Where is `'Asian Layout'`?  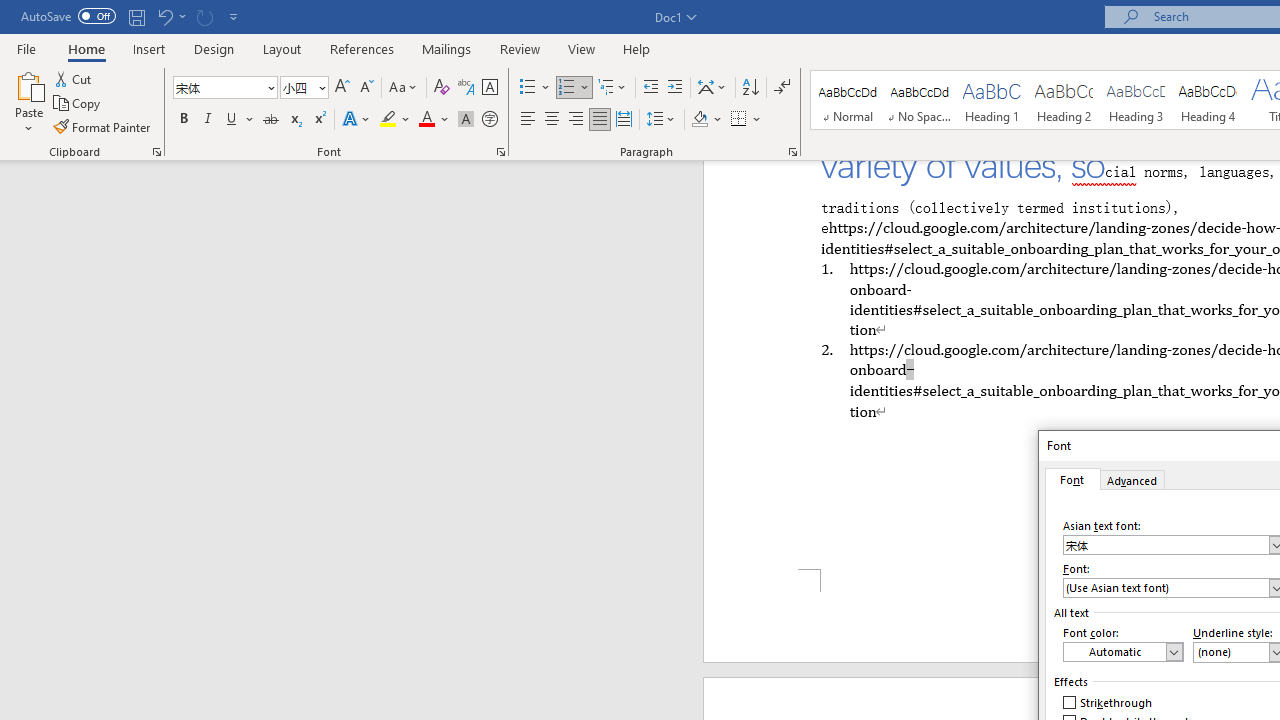 'Asian Layout' is located at coordinates (712, 86).